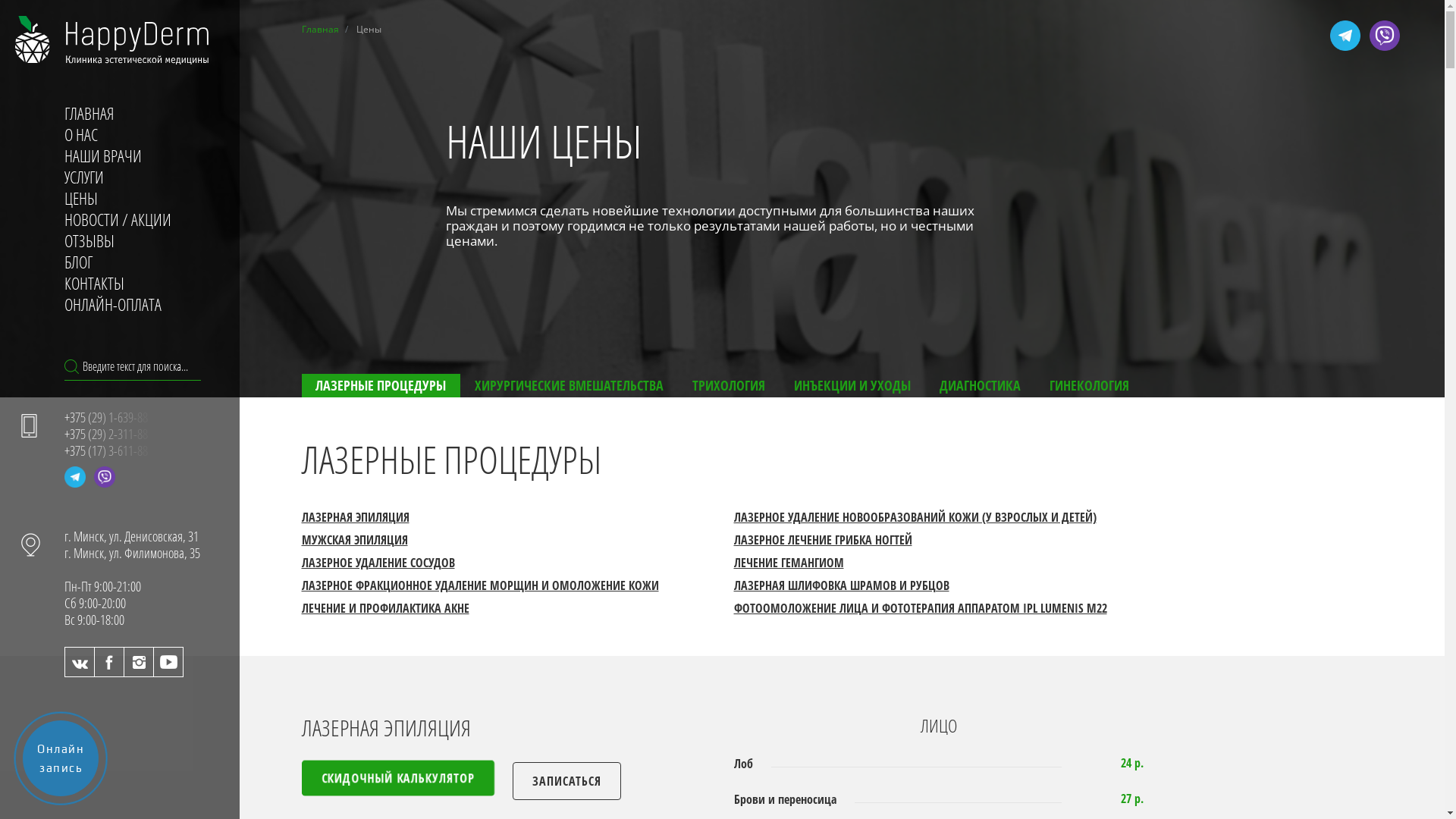 The height and width of the screenshot is (819, 1456). What do you see at coordinates (108, 433) in the screenshot?
I see `'+375 (29) 2-311-88'` at bounding box center [108, 433].